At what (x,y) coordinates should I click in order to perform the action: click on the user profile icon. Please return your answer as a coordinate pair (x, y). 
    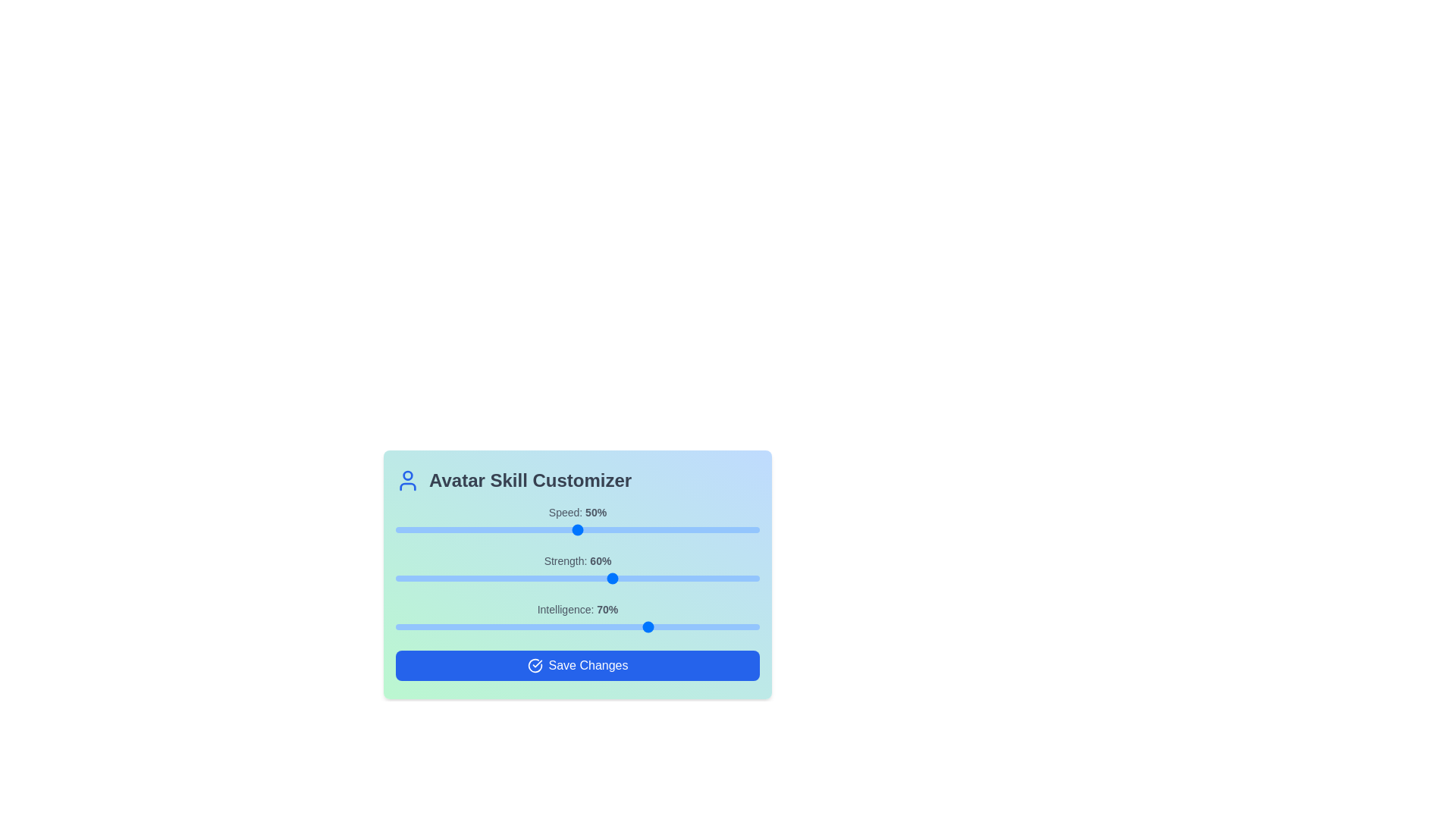
    Looking at the image, I should click on (407, 480).